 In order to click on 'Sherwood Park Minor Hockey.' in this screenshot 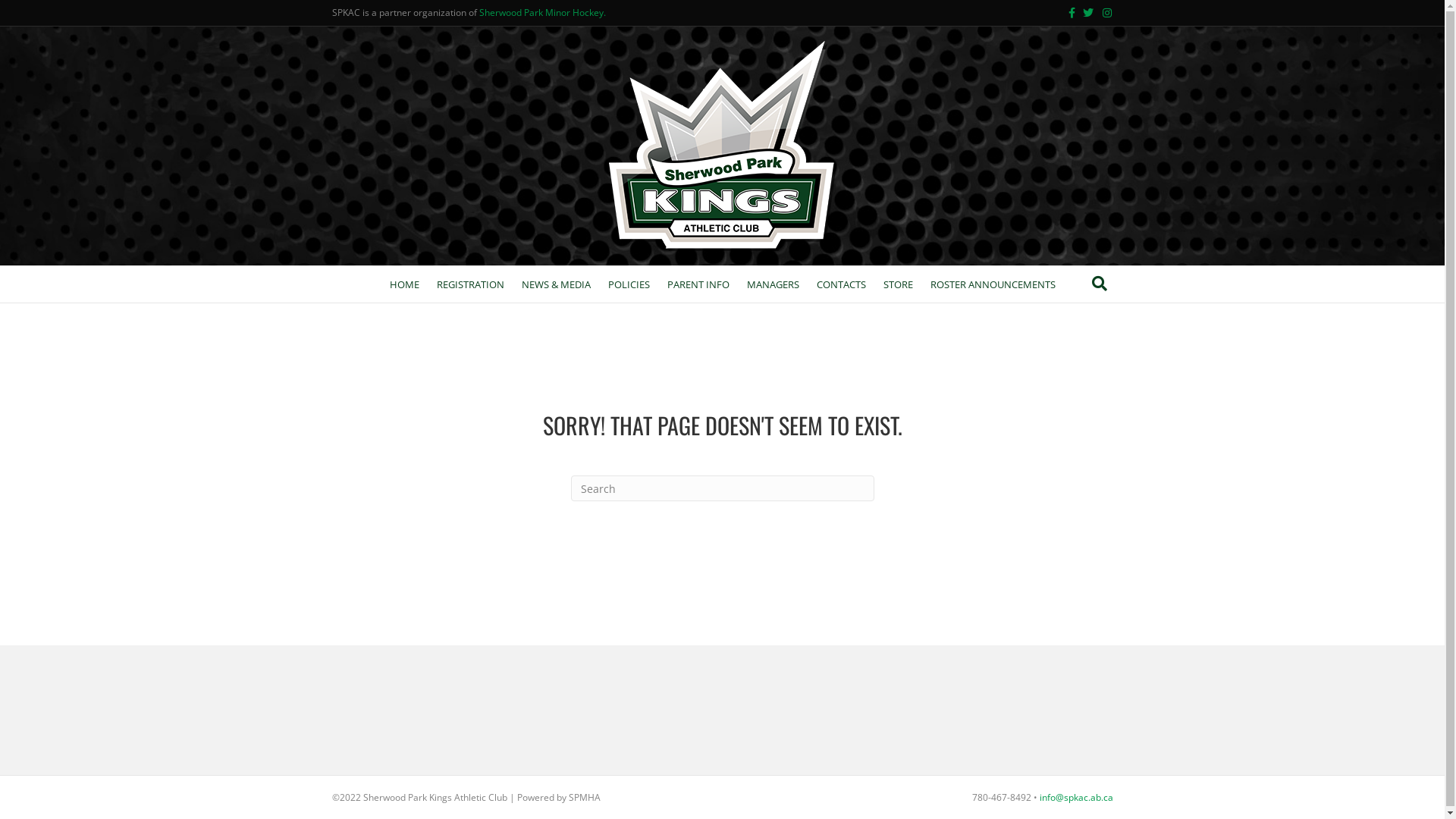, I will do `click(542, 12)`.